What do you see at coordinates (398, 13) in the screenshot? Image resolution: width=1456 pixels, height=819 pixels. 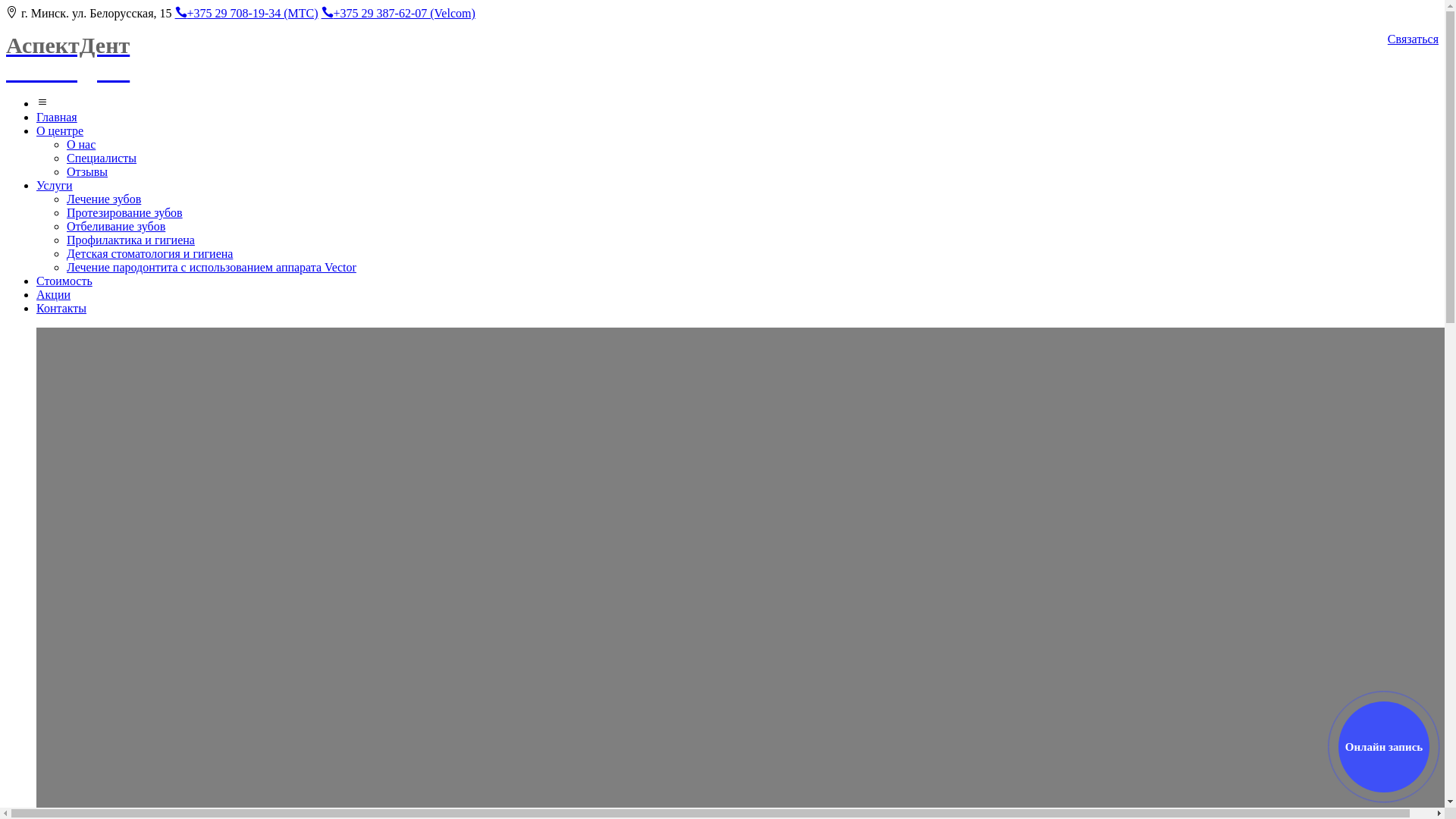 I see `'+375 29 387-62-07 (Velcom)'` at bounding box center [398, 13].